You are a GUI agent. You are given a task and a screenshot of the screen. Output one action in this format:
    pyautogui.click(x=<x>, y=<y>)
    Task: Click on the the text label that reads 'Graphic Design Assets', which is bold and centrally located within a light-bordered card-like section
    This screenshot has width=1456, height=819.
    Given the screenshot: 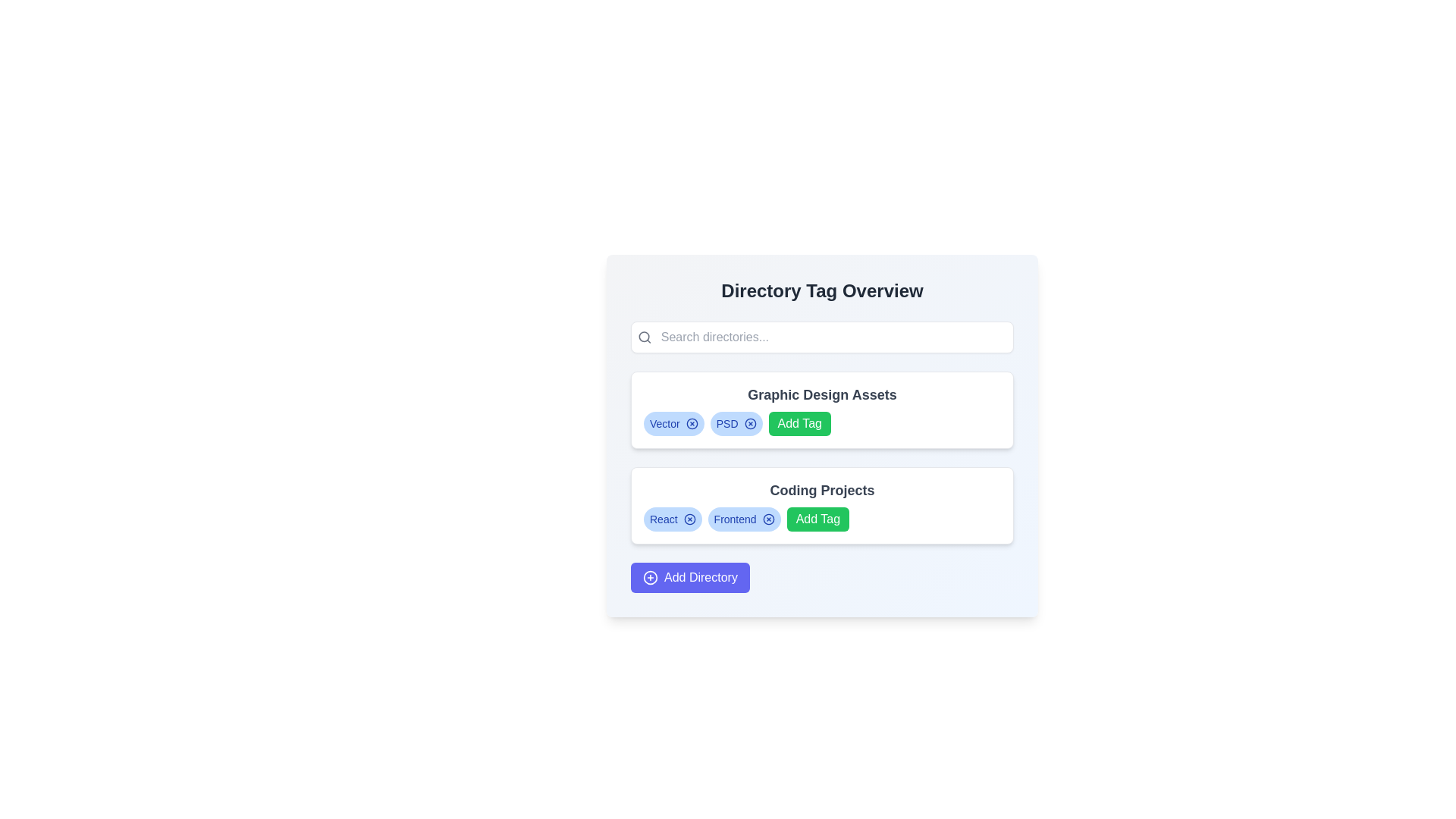 What is the action you would take?
    pyautogui.click(x=821, y=394)
    